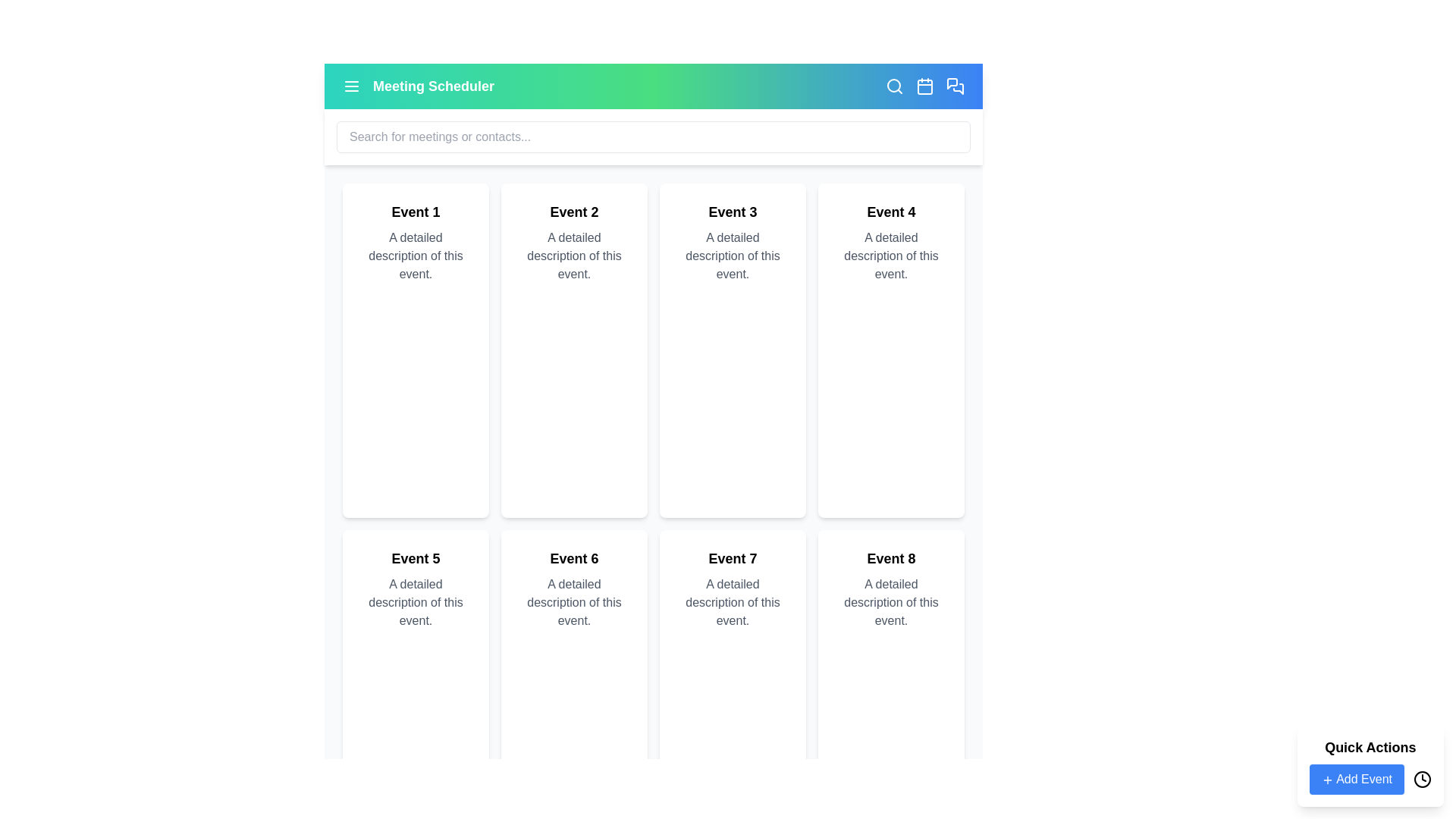  I want to click on bold text label 'Event 6' located at the top of its card in the second row and third column of the grid layout, so click(573, 558).